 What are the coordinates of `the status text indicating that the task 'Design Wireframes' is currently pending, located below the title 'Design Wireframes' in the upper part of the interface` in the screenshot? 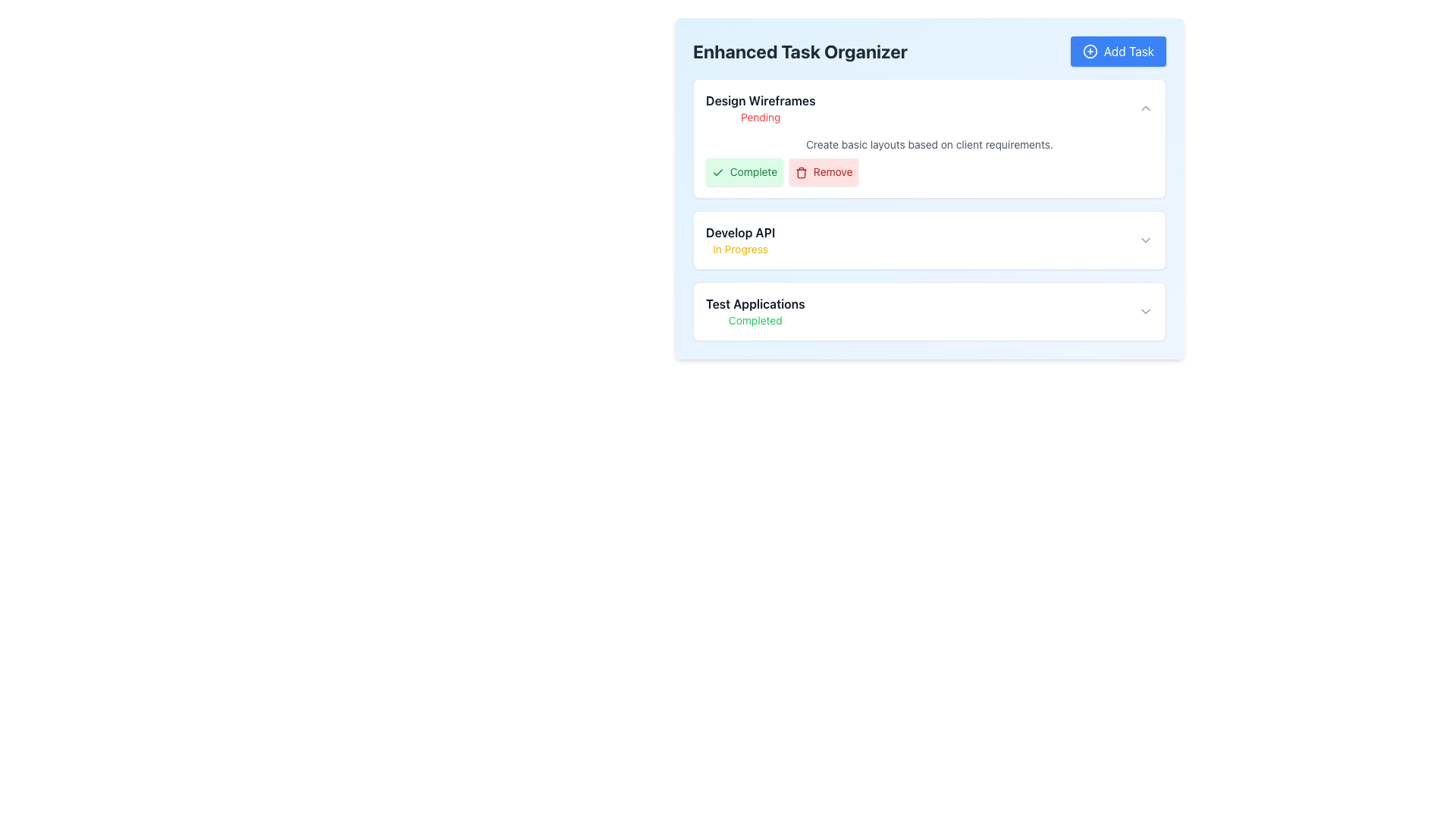 It's located at (761, 116).